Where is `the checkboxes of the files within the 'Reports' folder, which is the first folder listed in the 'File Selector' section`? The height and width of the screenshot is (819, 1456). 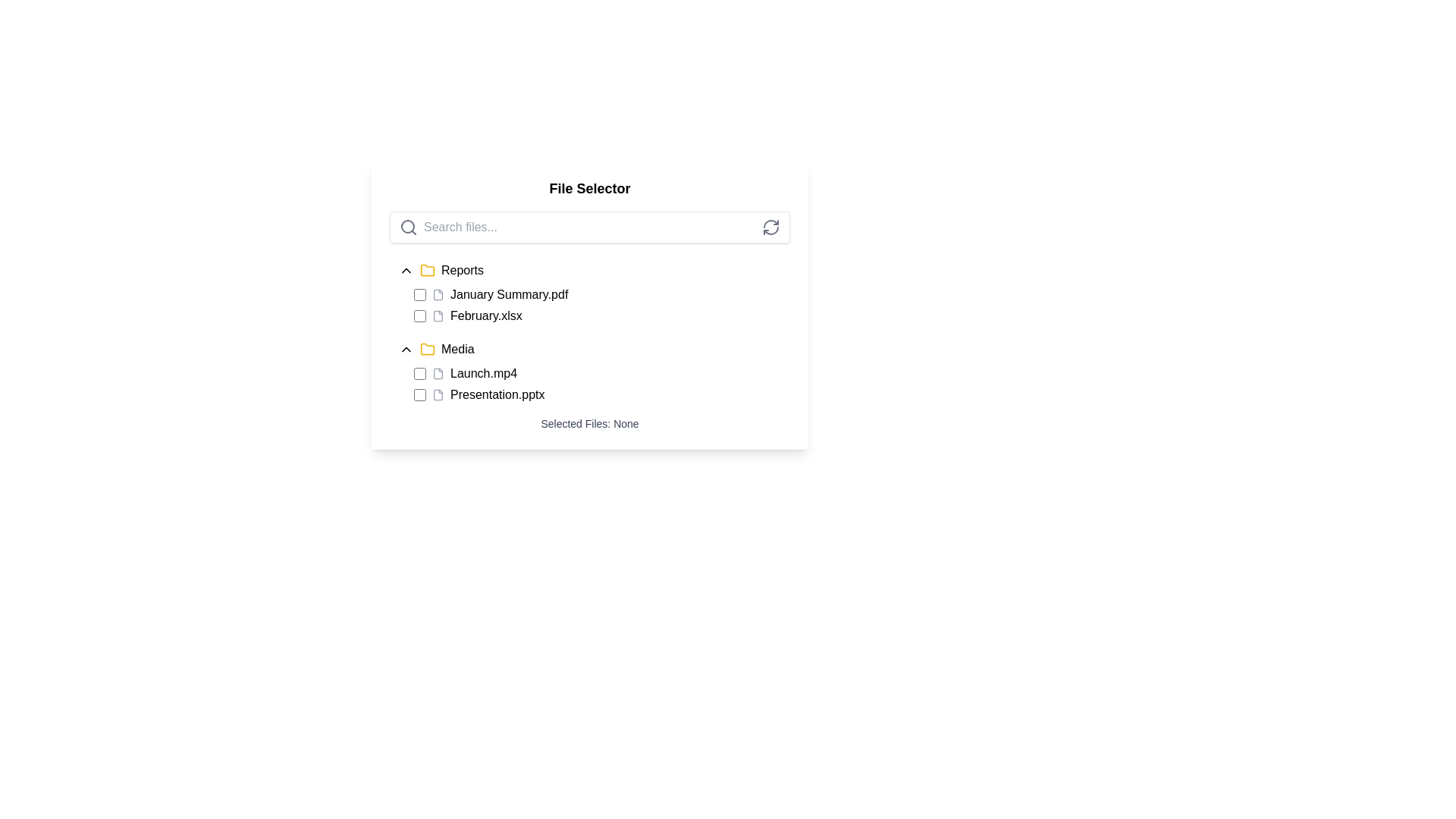 the checkboxes of the files within the 'Reports' folder, which is the first folder listed in the 'File Selector' section is located at coordinates (588, 290).